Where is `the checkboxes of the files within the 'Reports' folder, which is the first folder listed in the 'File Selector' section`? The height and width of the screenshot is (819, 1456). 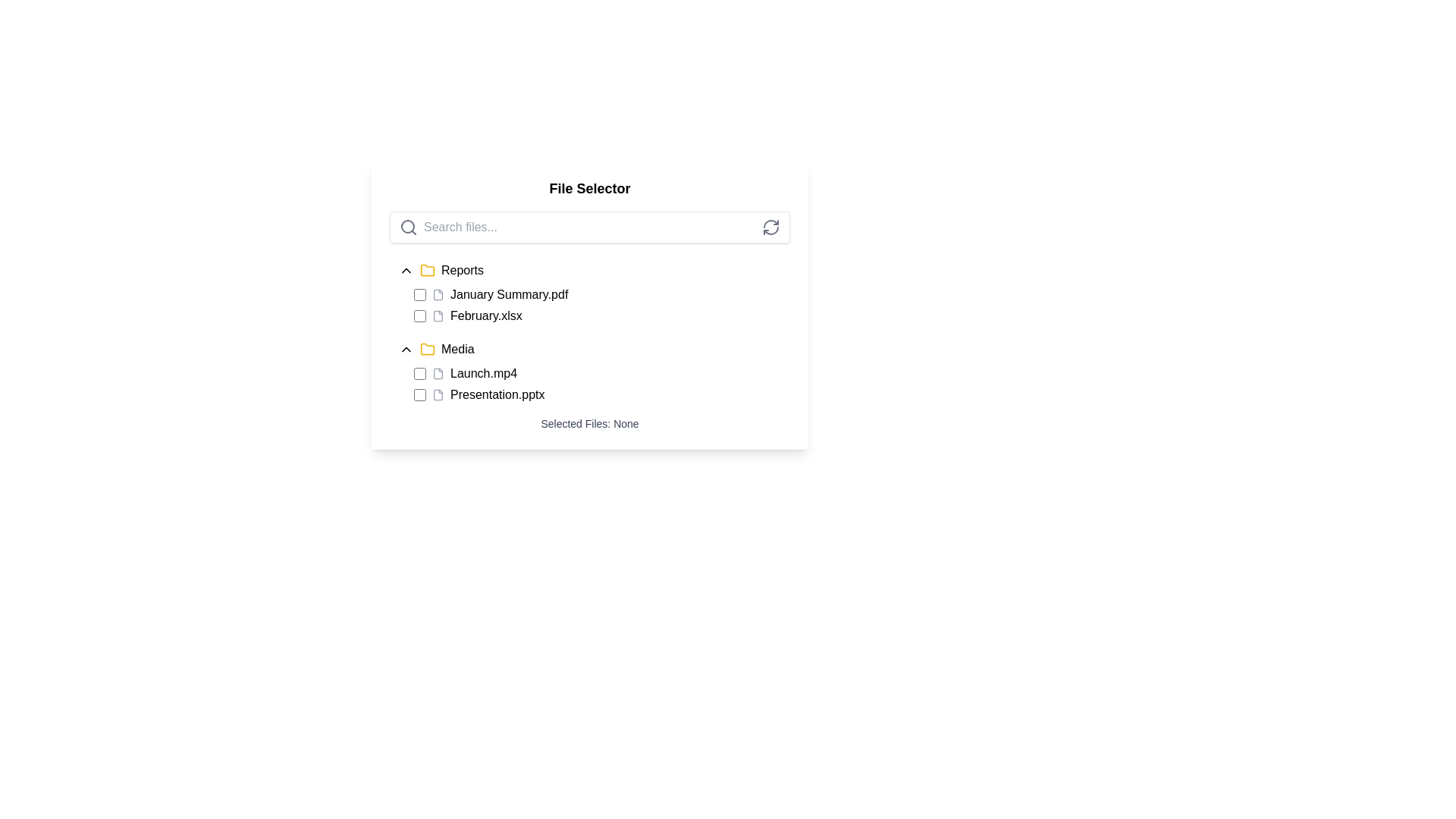 the checkboxes of the files within the 'Reports' folder, which is the first folder listed in the 'File Selector' section is located at coordinates (588, 290).